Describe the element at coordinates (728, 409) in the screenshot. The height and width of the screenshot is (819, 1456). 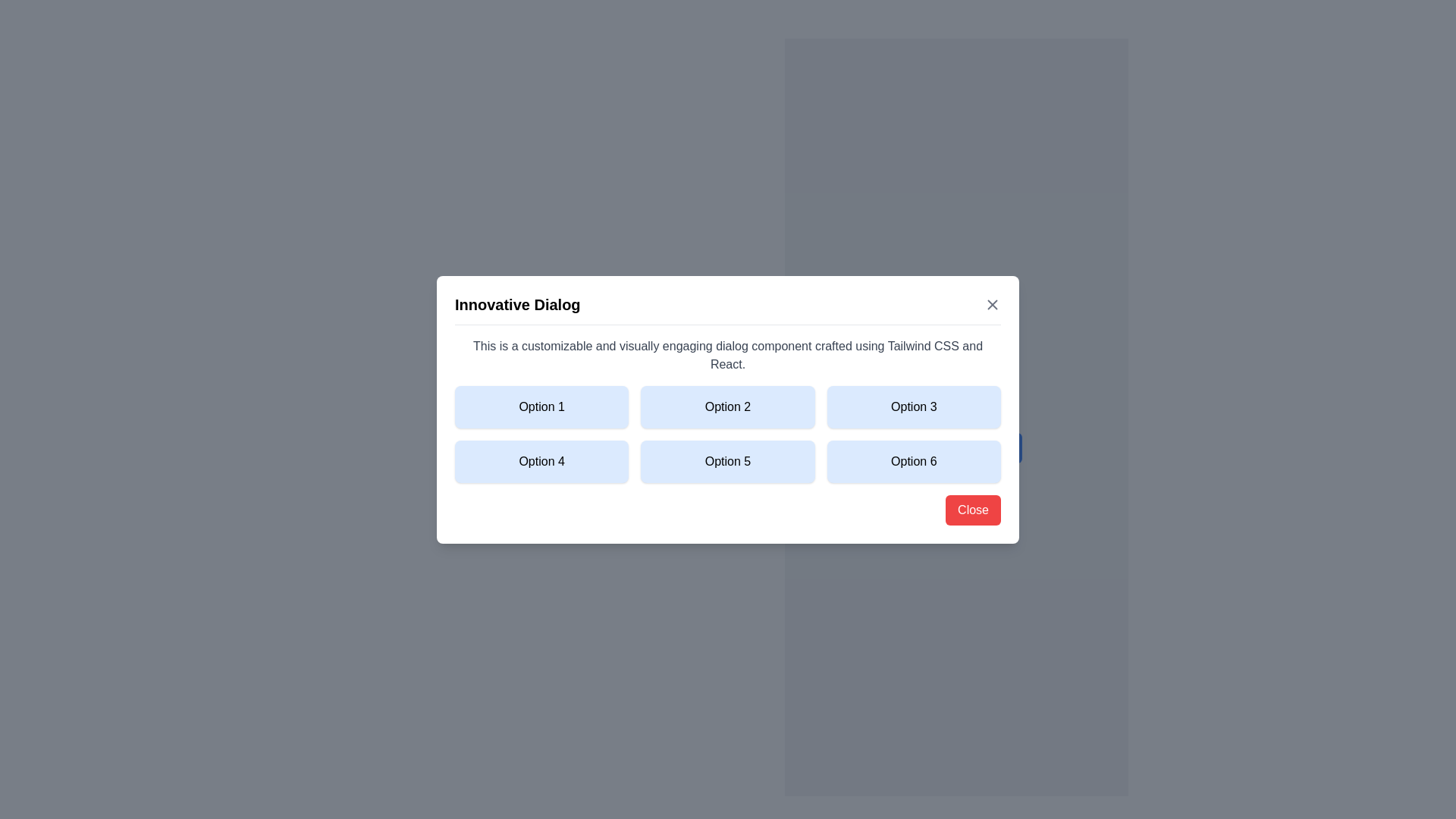
I see `the dialog background to close the dialog` at that location.